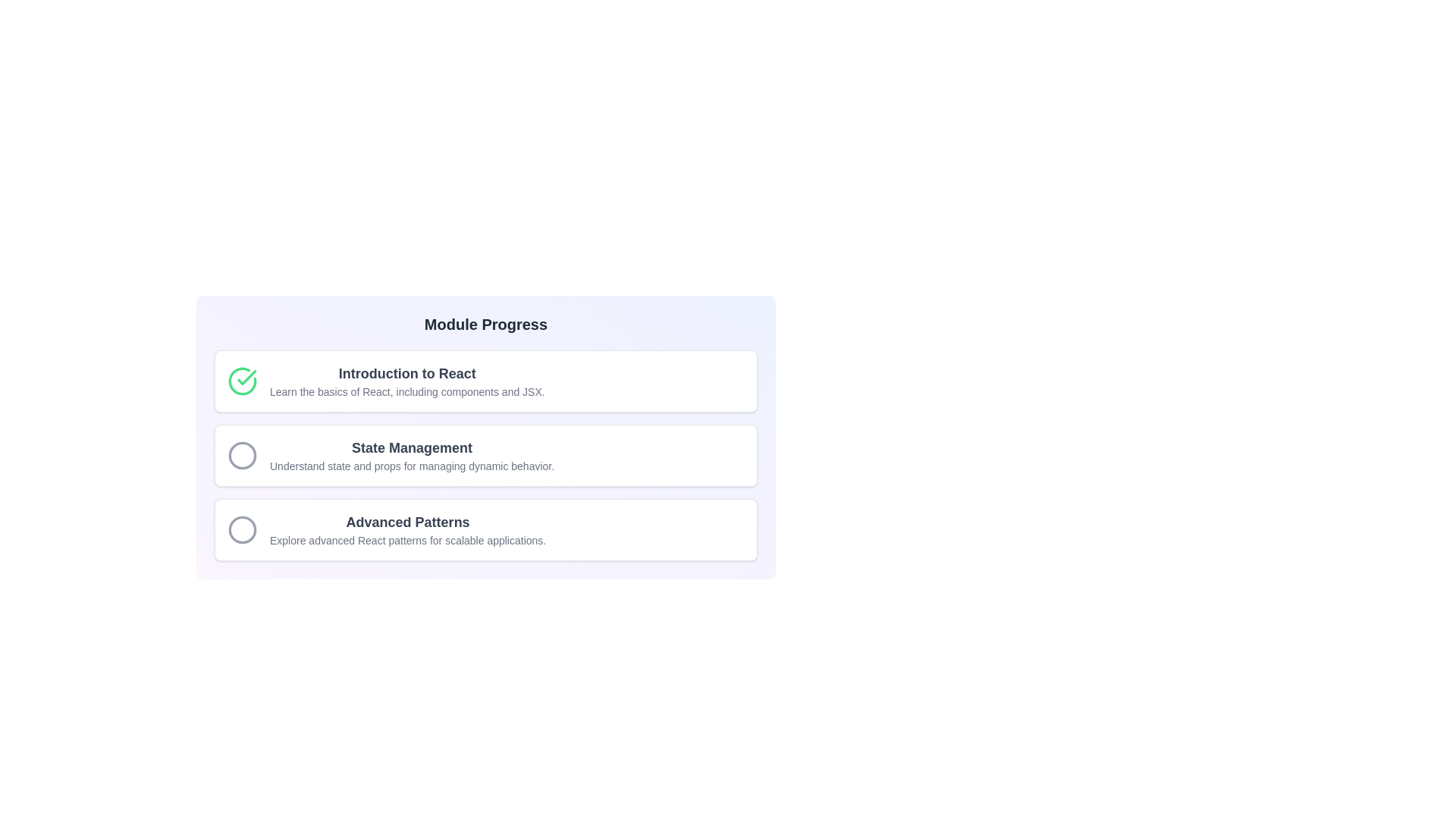  I want to click on the selectable course module item titled 'Advanced Patterns', so click(486, 529).